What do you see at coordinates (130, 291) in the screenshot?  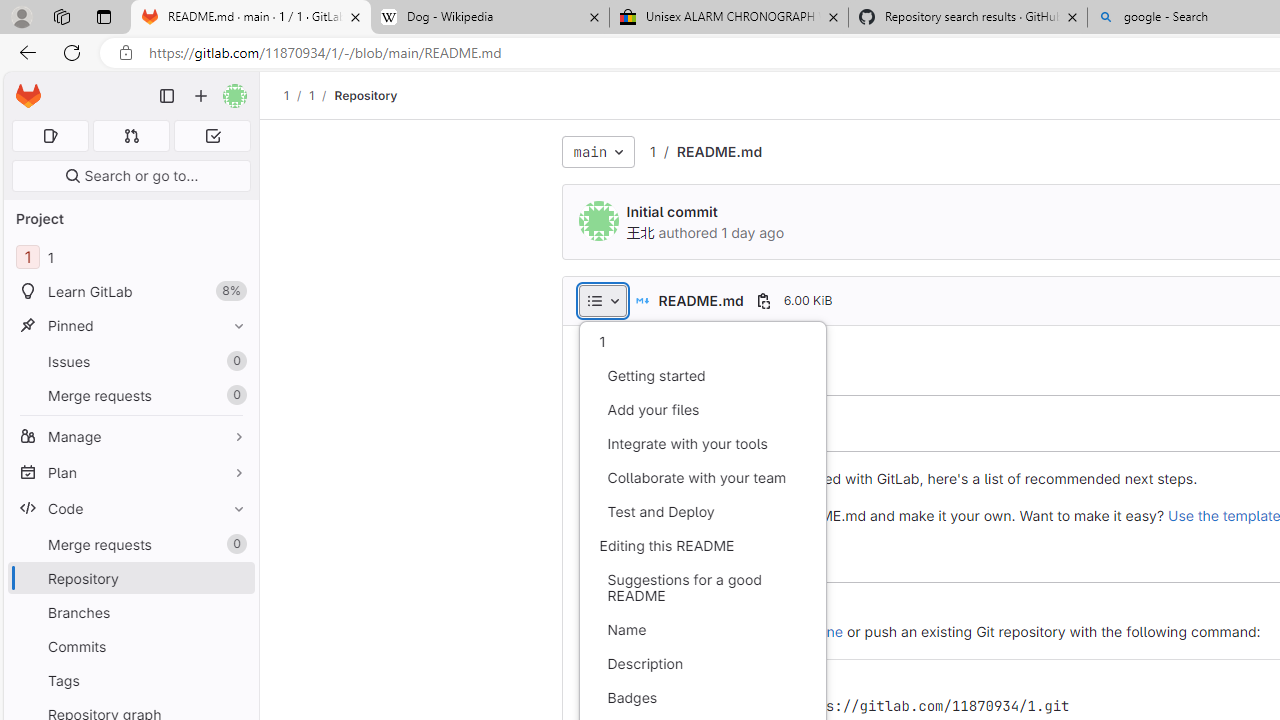 I see `'Learn GitLab 8%'` at bounding box center [130, 291].